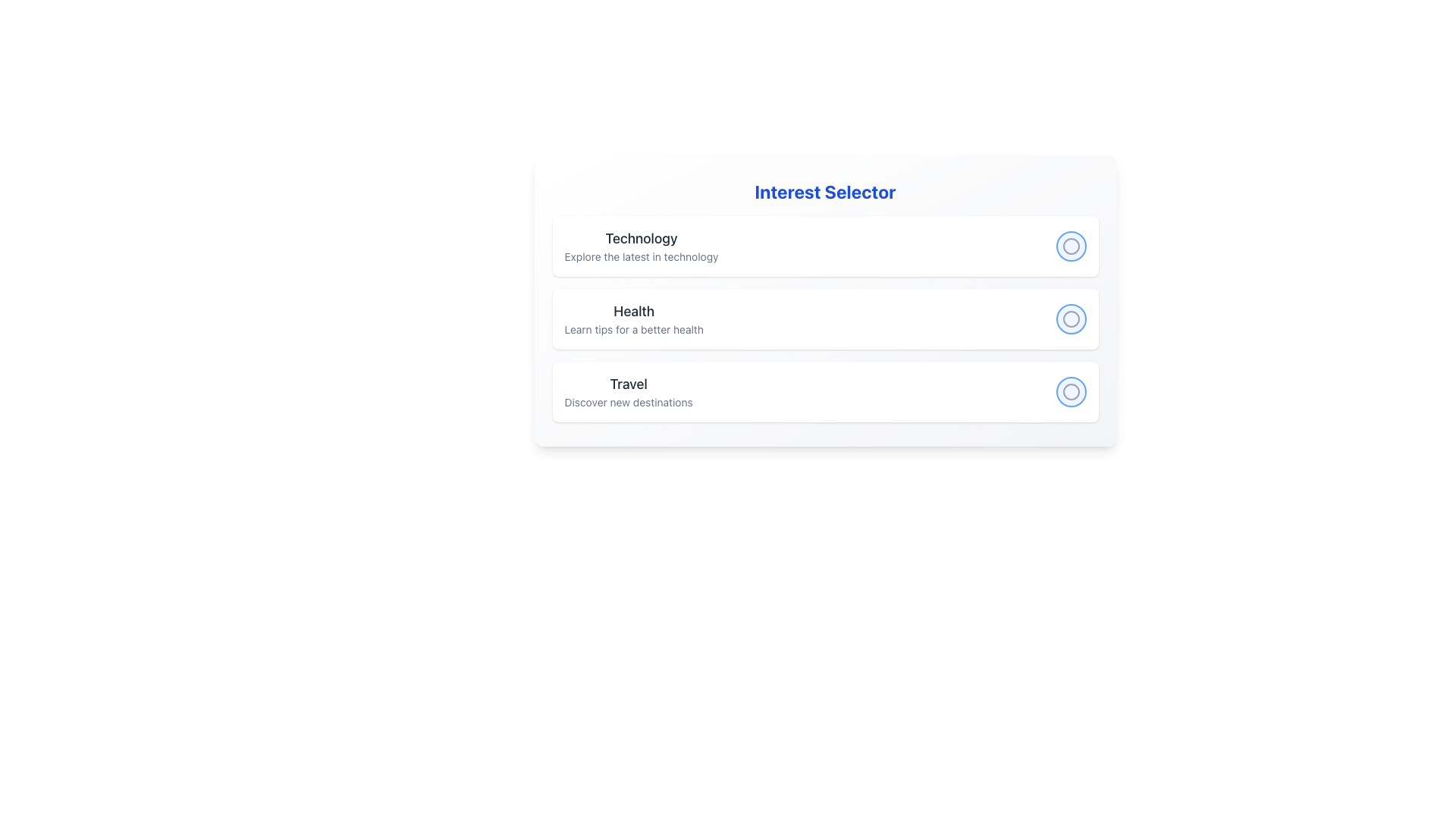 This screenshot has width=1456, height=819. I want to click on the second interactive list item in the vertical list that contains the description 'Learn tips for a better health', so click(824, 318).